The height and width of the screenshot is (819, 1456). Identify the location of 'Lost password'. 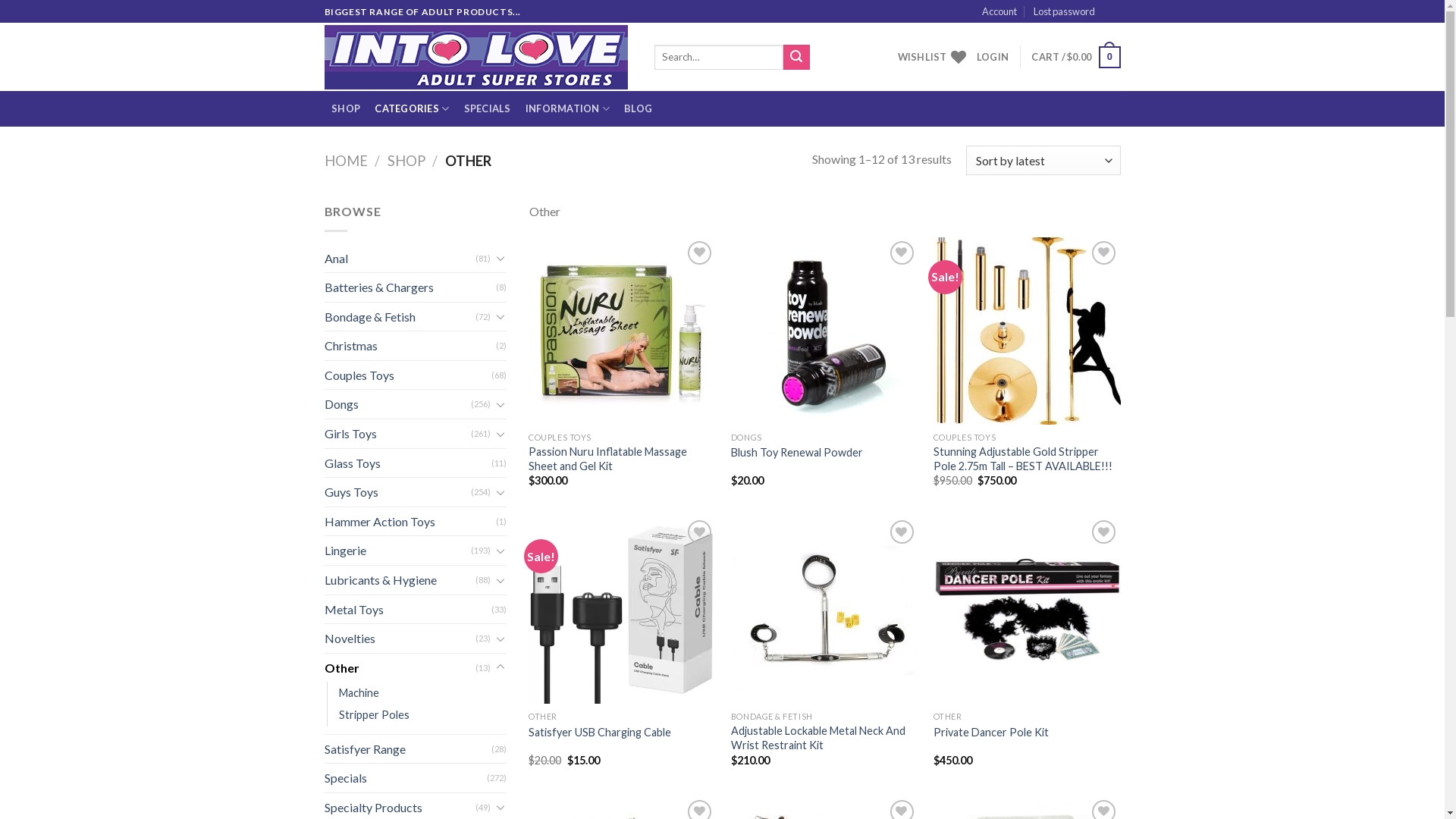
(1063, 11).